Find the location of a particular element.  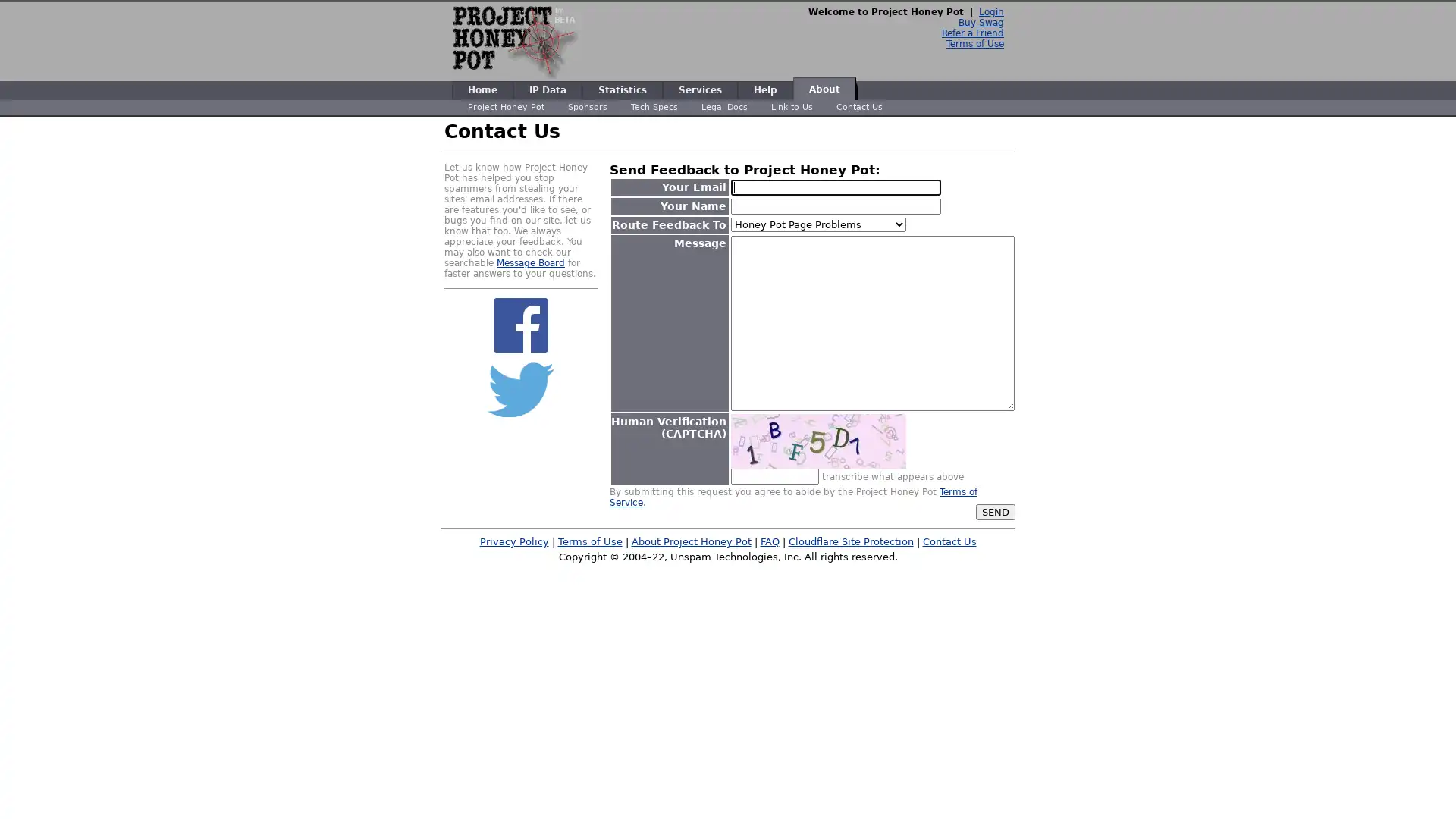

SEND is located at coordinates (996, 511).